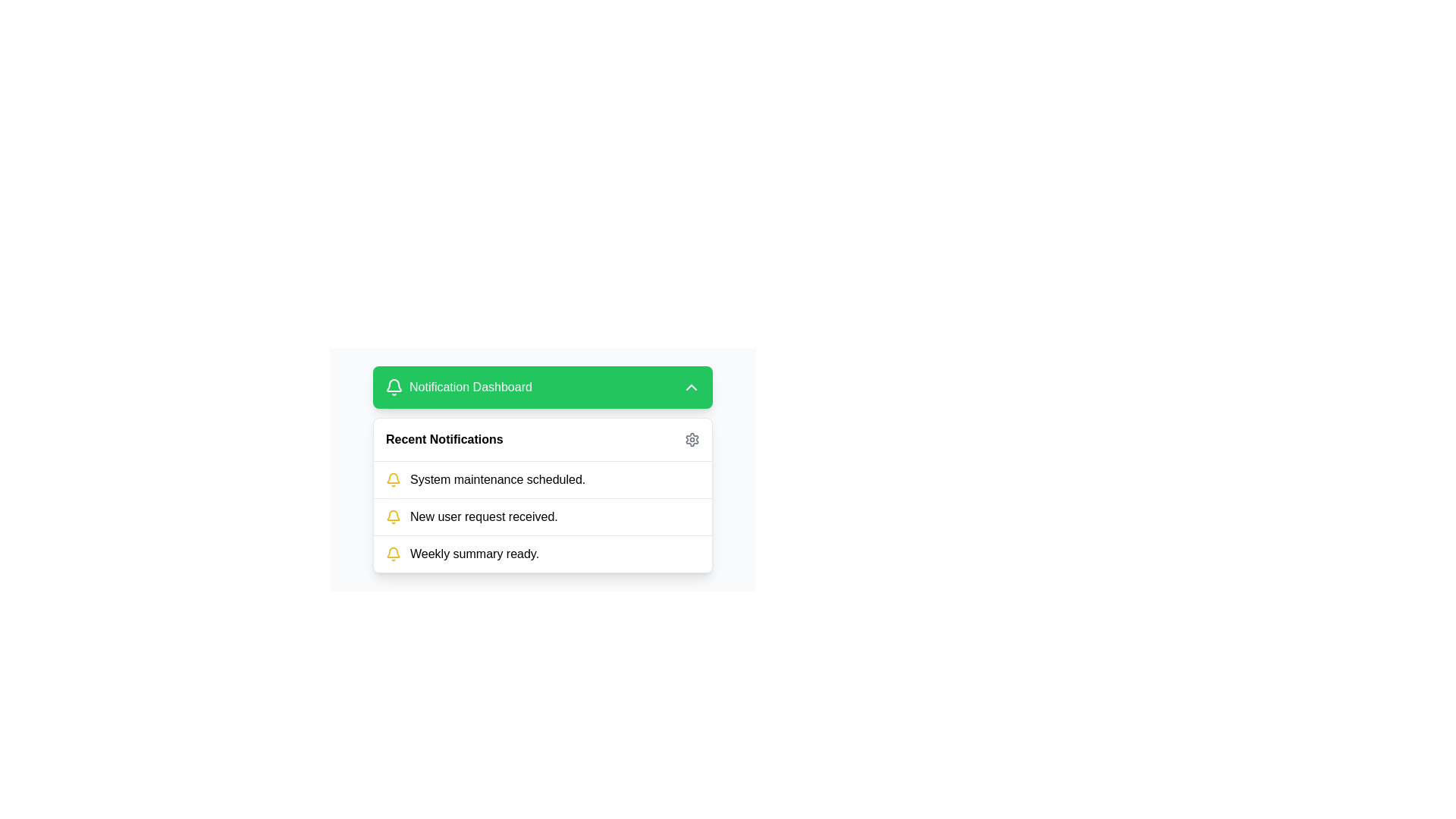  I want to click on the Text label displaying the notification message about the weekly summary, located in the bottom row under 'Recent Notifications', so click(474, 554).